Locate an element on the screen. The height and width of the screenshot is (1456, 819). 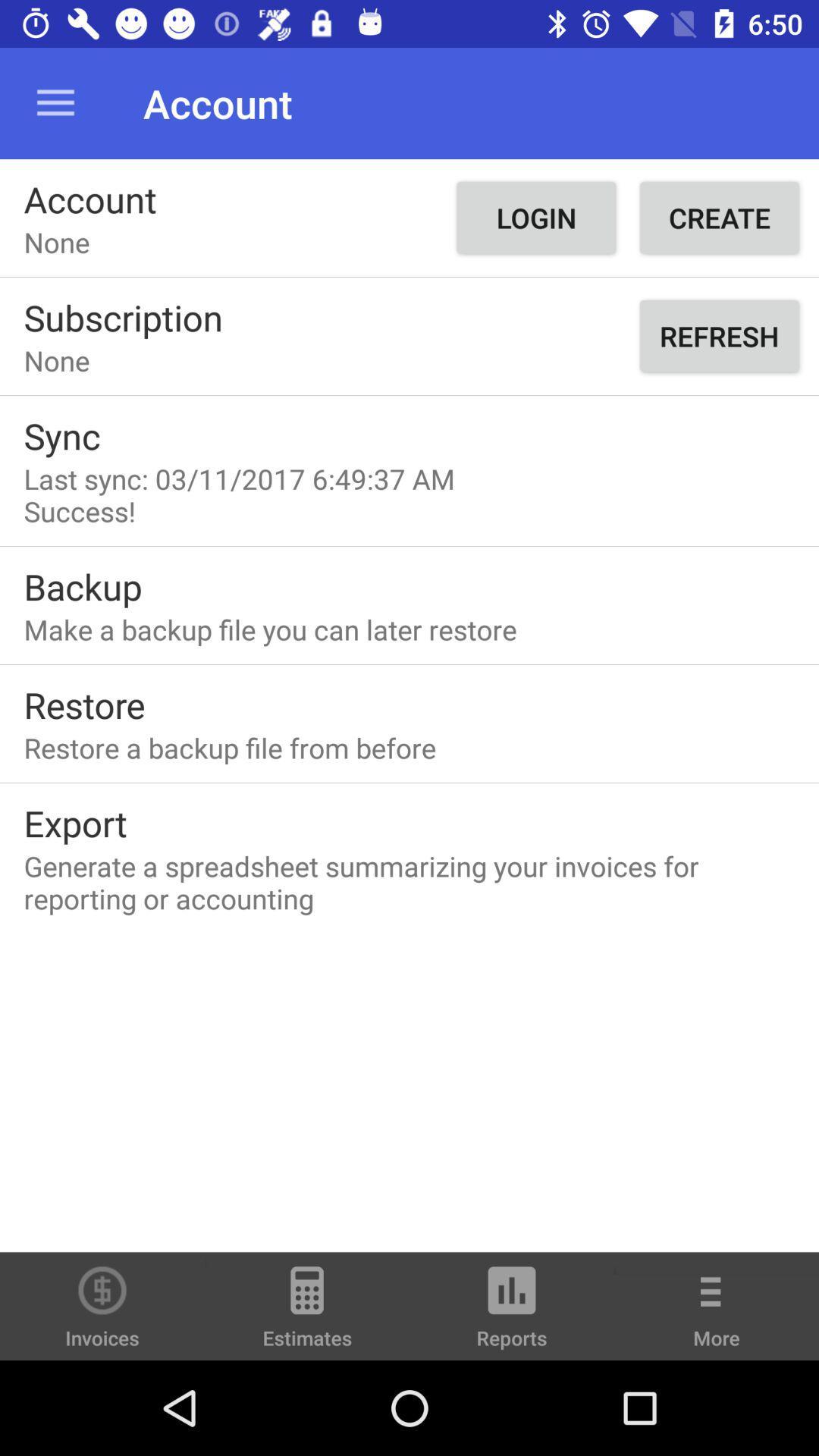
the icon next to the account is located at coordinates (535, 217).